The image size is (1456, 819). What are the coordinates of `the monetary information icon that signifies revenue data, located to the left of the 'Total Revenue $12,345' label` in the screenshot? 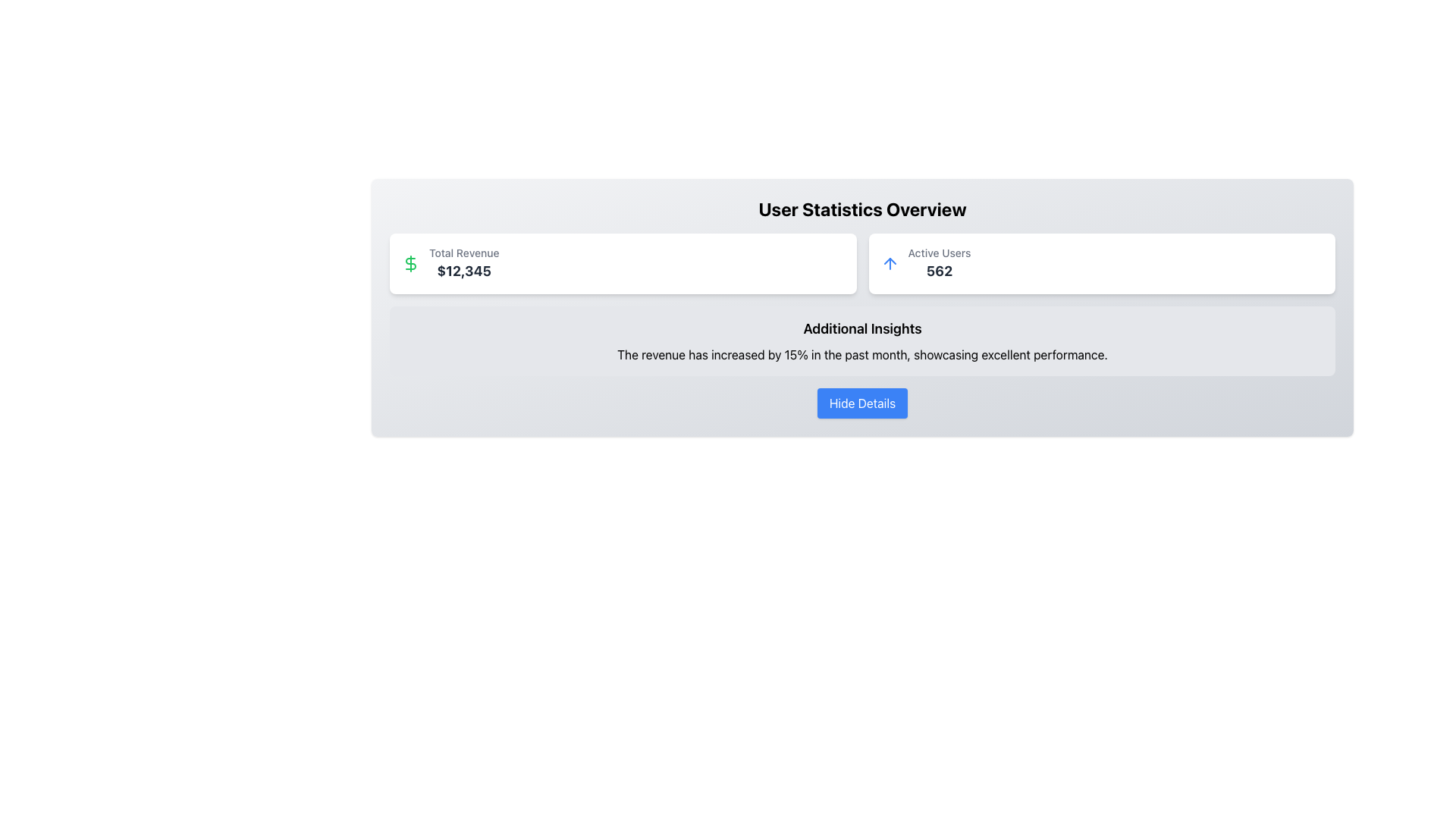 It's located at (411, 262).